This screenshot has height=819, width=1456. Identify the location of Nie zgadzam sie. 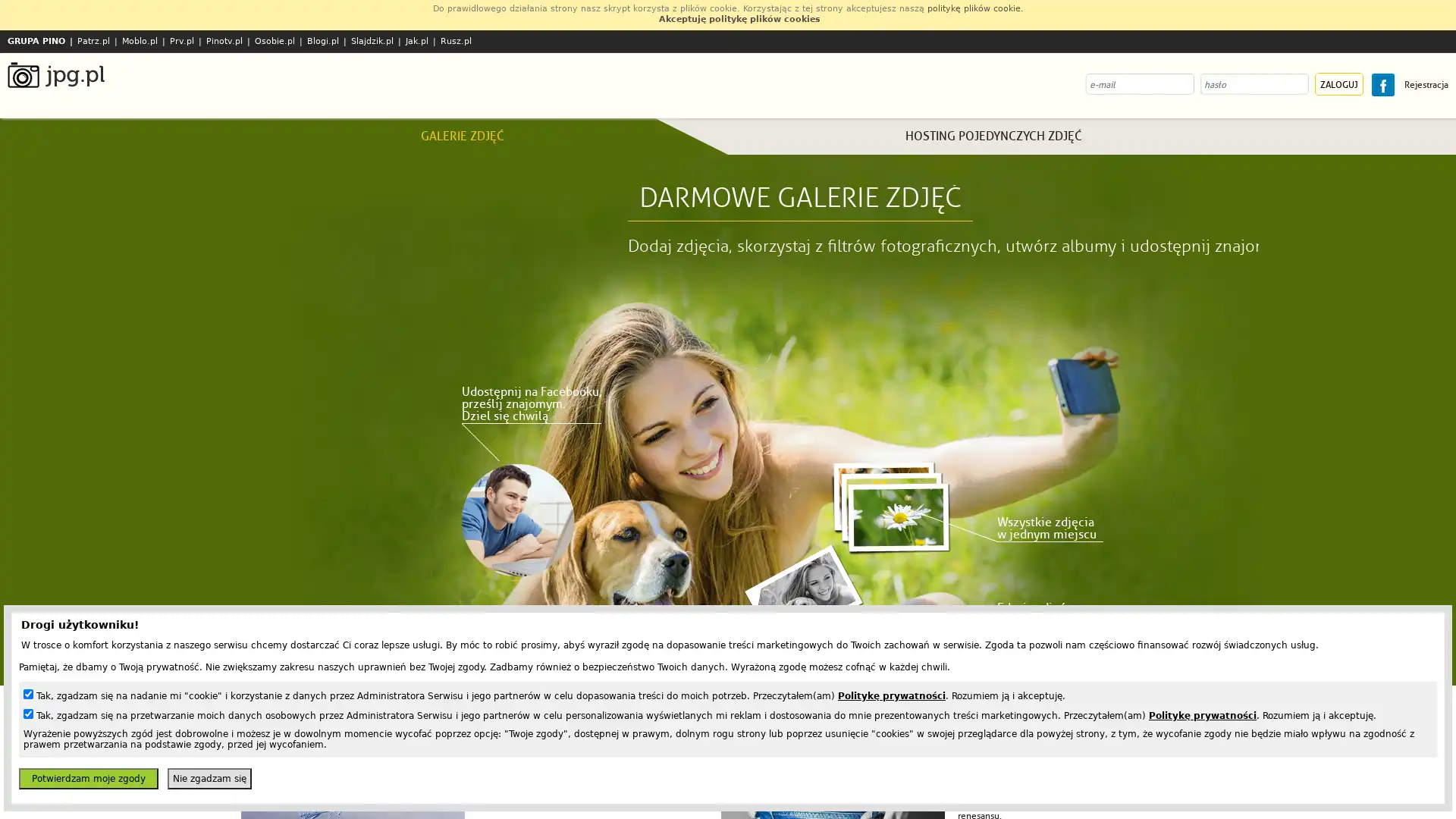
(209, 778).